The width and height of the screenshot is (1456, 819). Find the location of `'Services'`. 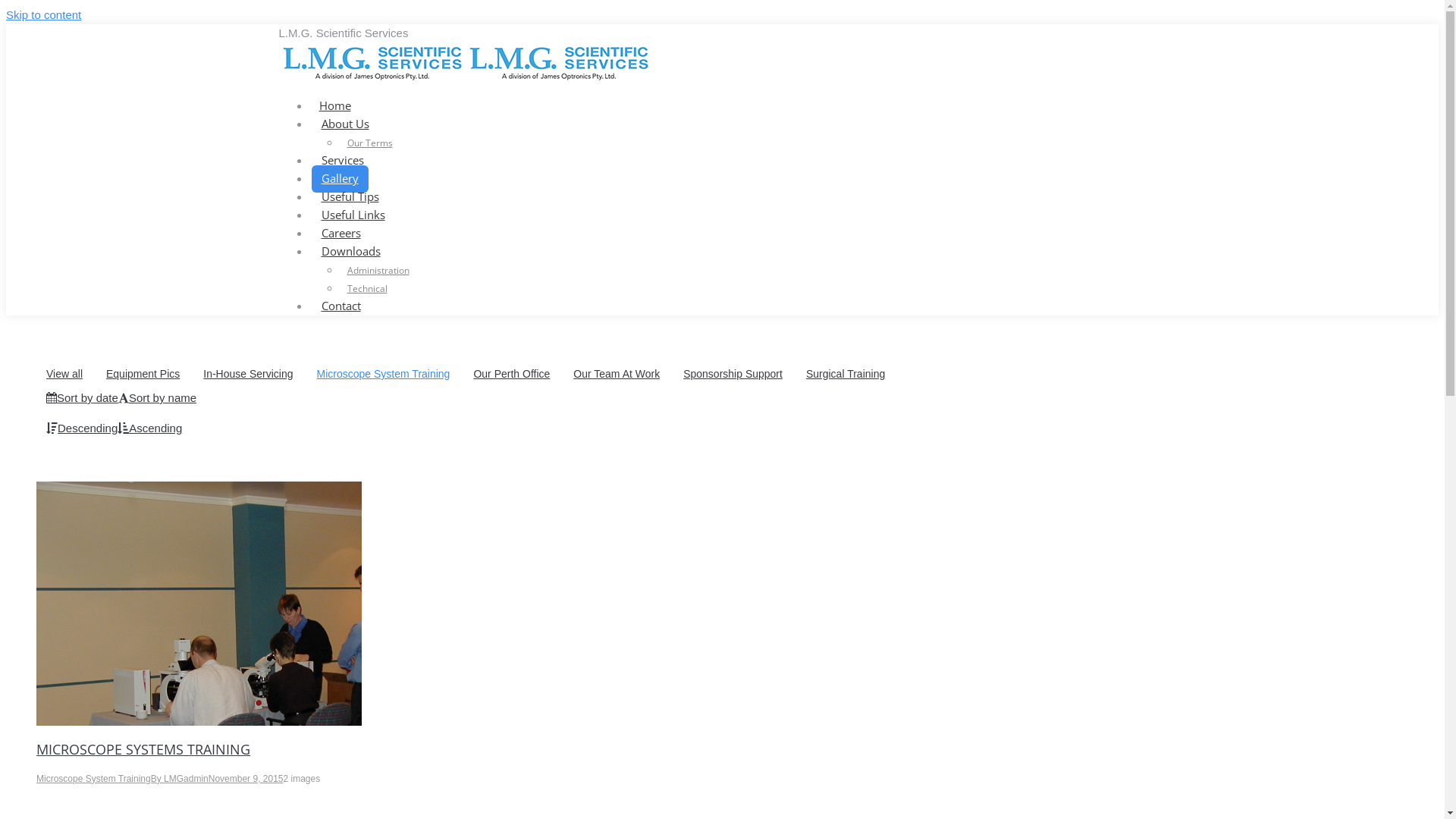

'Services' is located at coordinates (309, 161).